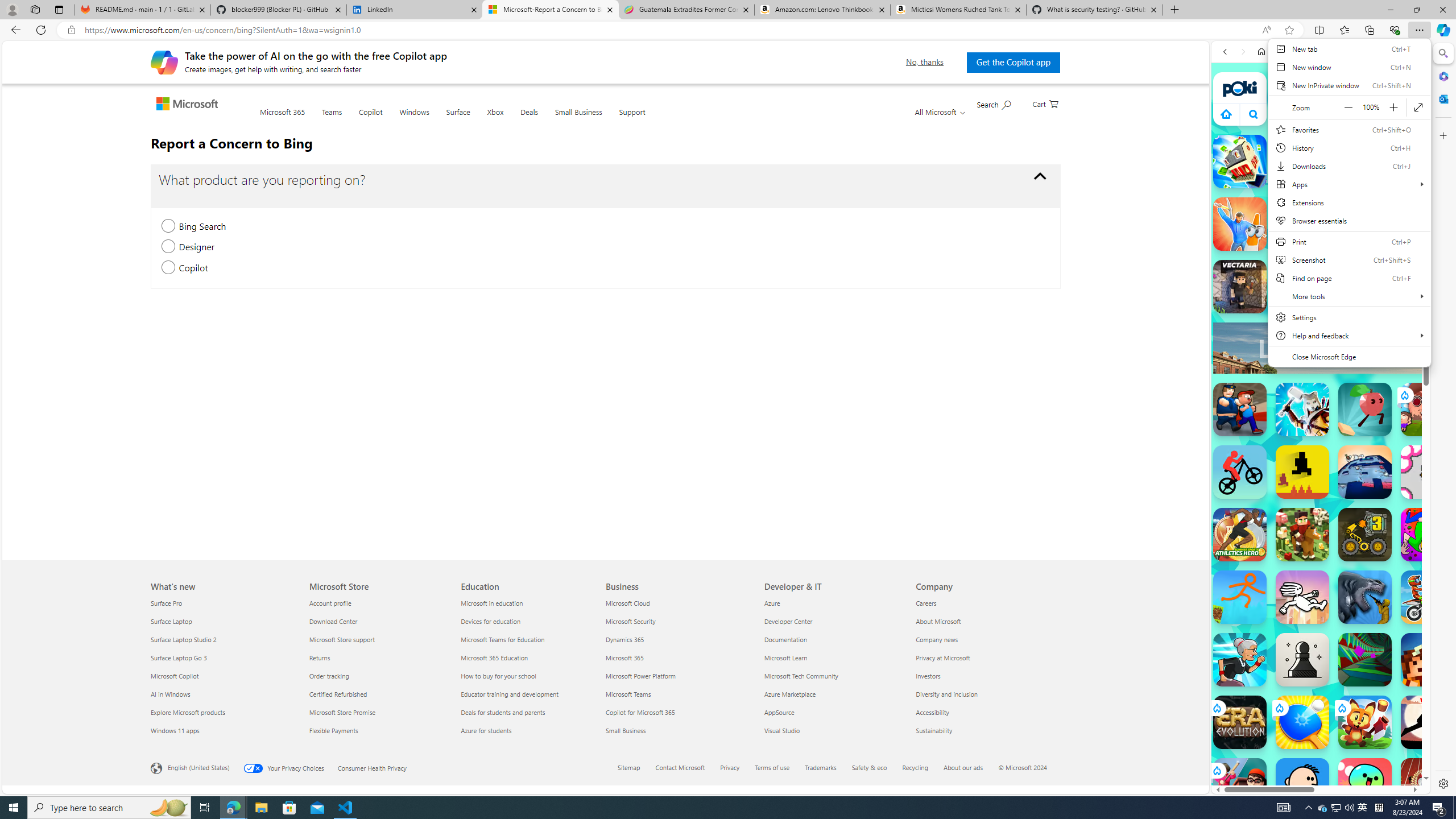 The image size is (1456, 819). What do you see at coordinates (333, 729) in the screenshot?
I see `'Flexible Payments Microsoft Store'` at bounding box center [333, 729].